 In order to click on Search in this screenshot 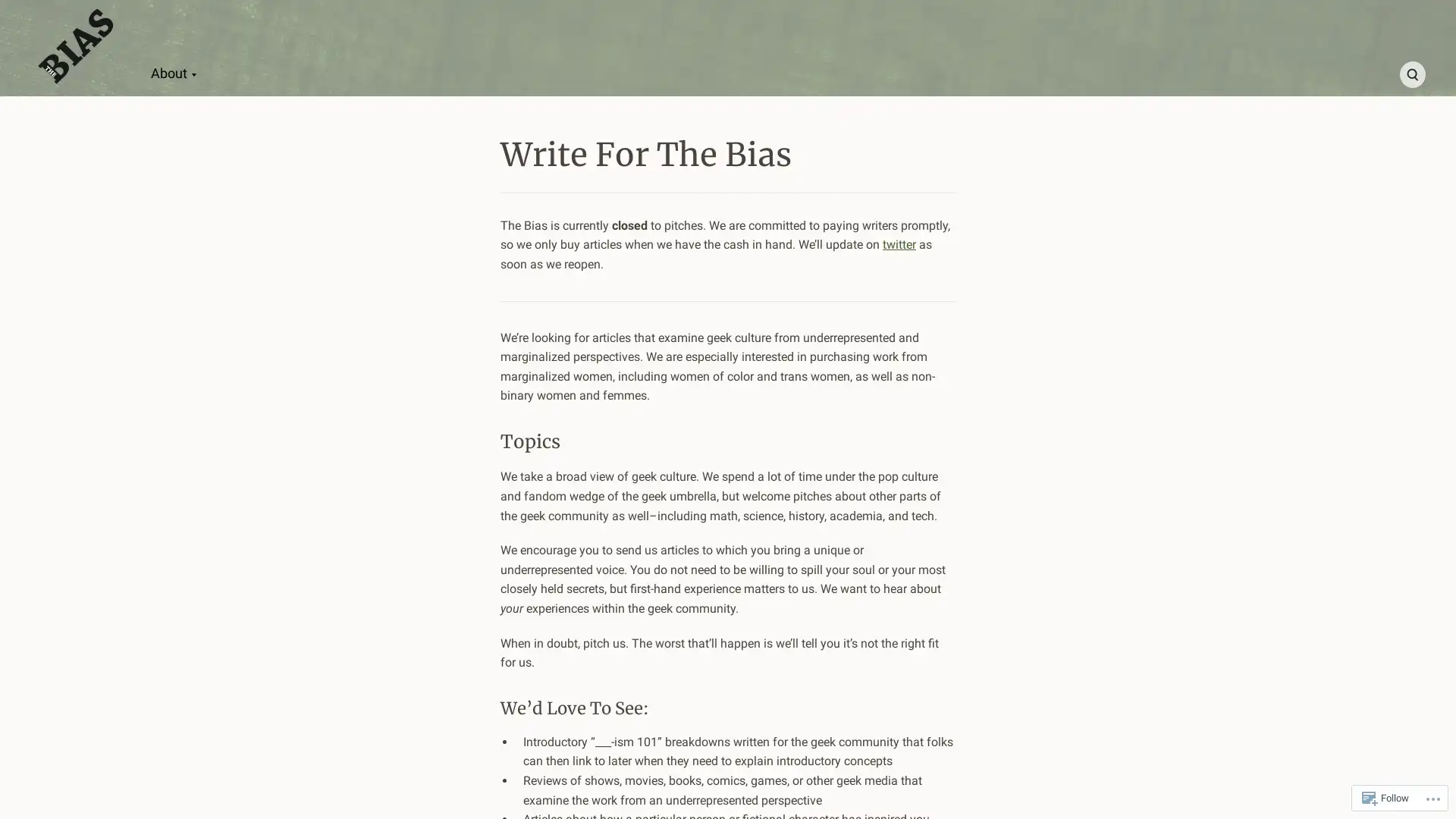, I will do `click(1411, 74)`.